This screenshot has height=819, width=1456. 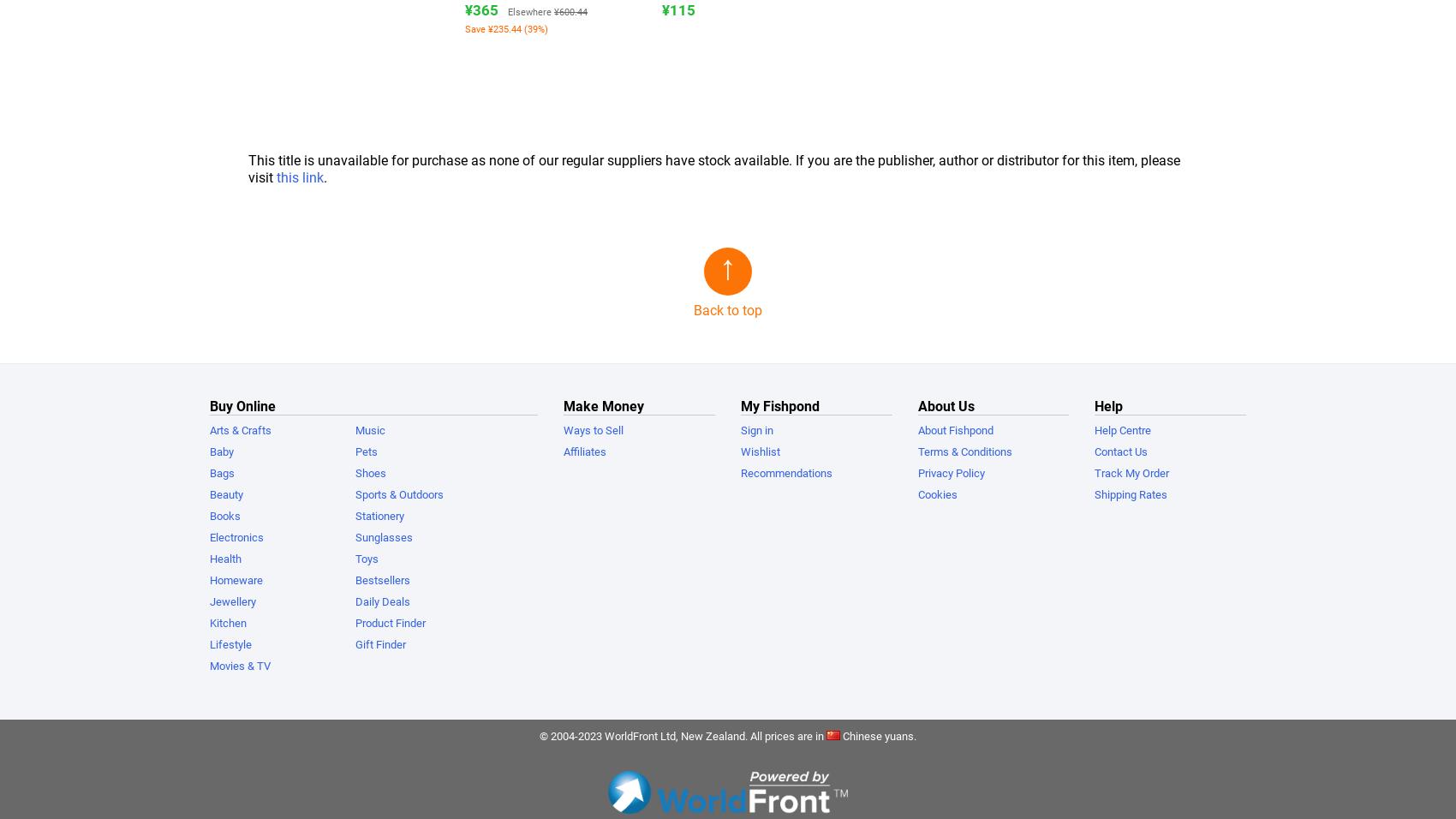 What do you see at coordinates (945, 406) in the screenshot?
I see `'About Us'` at bounding box center [945, 406].